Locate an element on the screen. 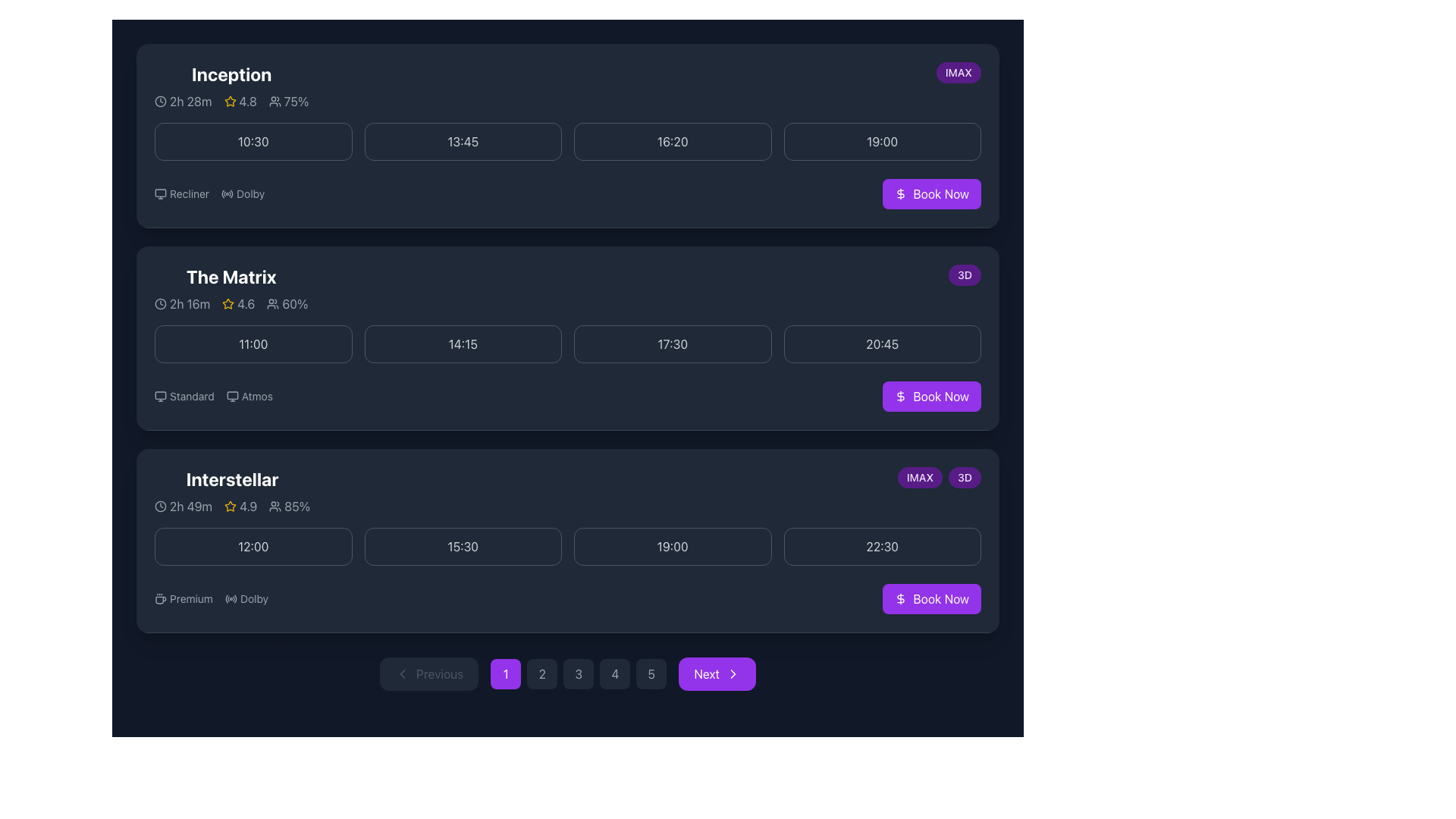 This screenshot has width=1456, height=819. the numeric button labeled '3' in the pagination controls is located at coordinates (566, 673).